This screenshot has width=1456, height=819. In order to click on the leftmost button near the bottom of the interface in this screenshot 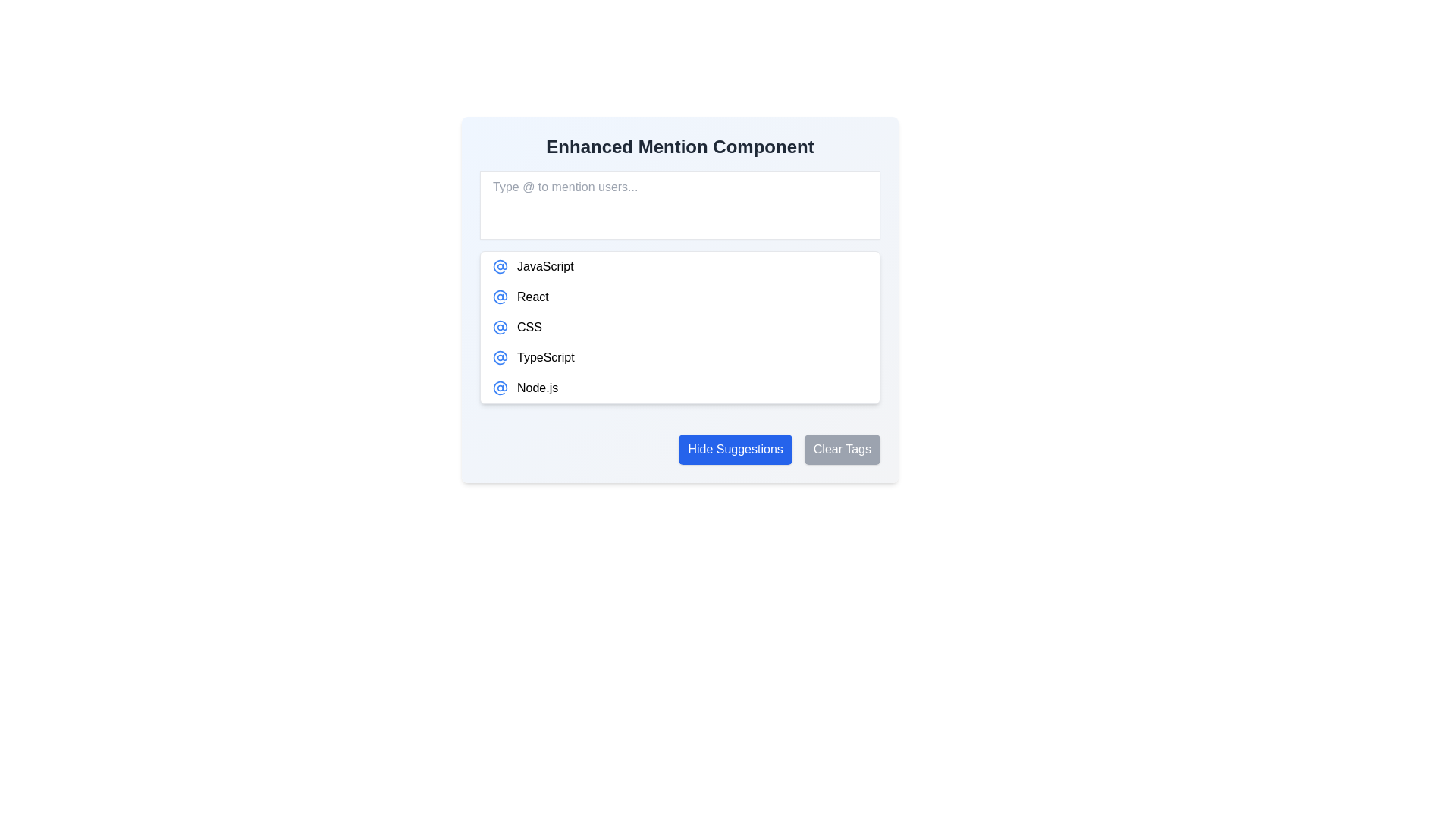, I will do `click(736, 449)`.